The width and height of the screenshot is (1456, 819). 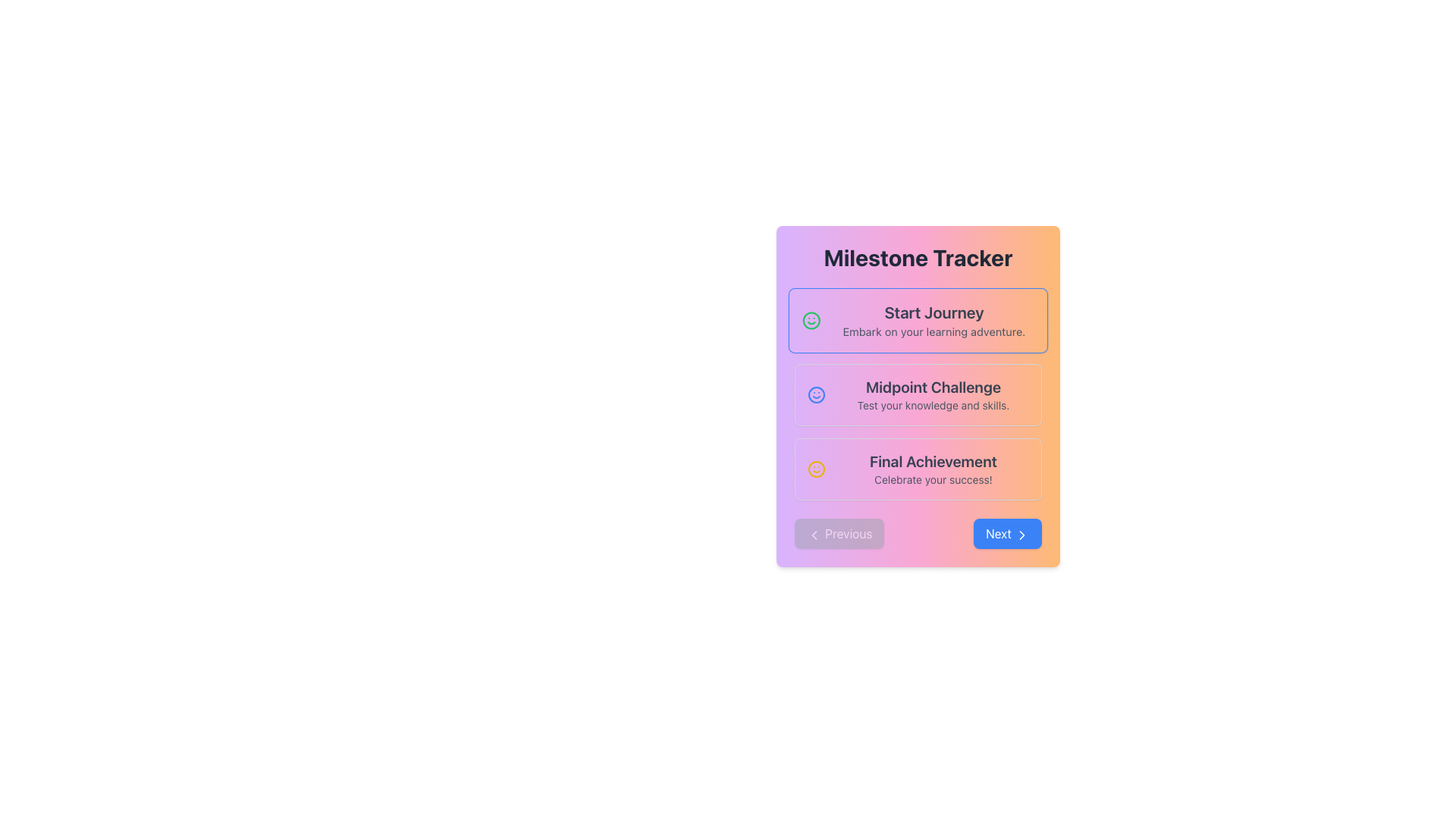 I want to click on the informational card displaying the milestone 'Final Achievement', which is located in the Milestone Tracker section, below 'Midpoint Challenge' and above the 'Next' button, so click(x=932, y=468).